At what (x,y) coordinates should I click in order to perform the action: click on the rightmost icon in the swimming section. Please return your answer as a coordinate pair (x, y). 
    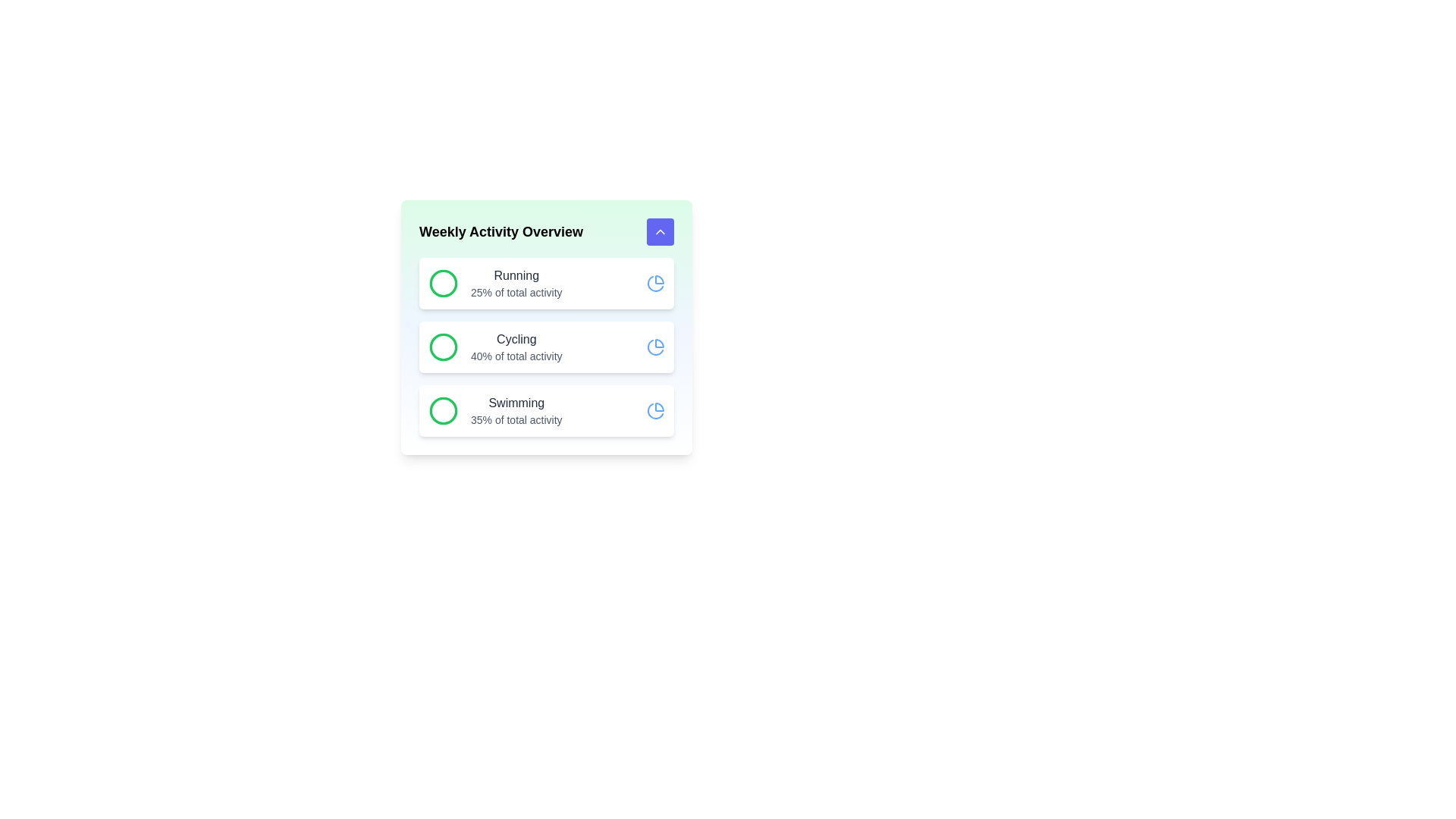
    Looking at the image, I should click on (655, 411).